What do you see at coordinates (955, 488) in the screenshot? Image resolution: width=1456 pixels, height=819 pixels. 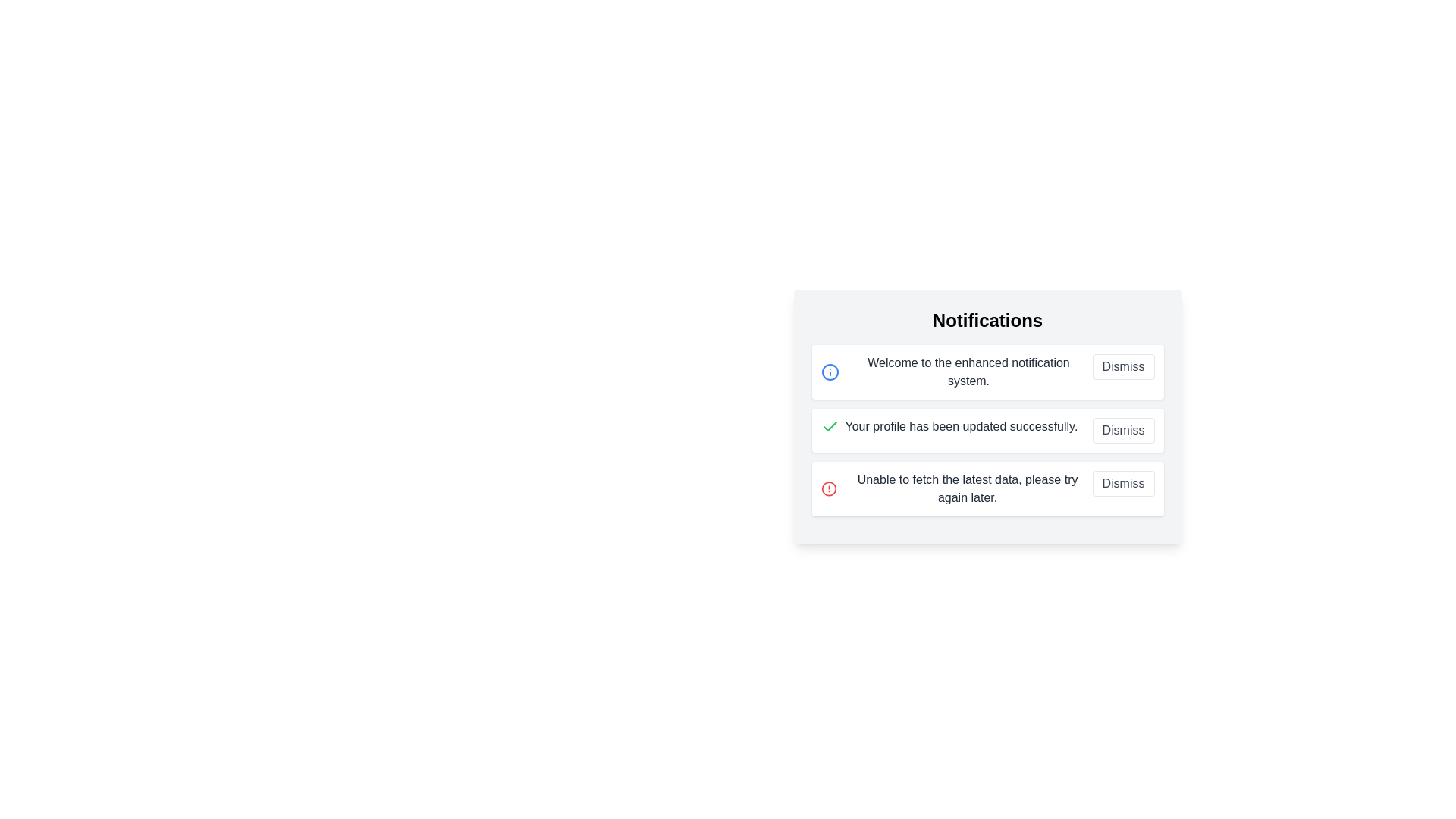 I see `message content from the alert message component indicating a failure to fetch the latest data` at bounding box center [955, 488].